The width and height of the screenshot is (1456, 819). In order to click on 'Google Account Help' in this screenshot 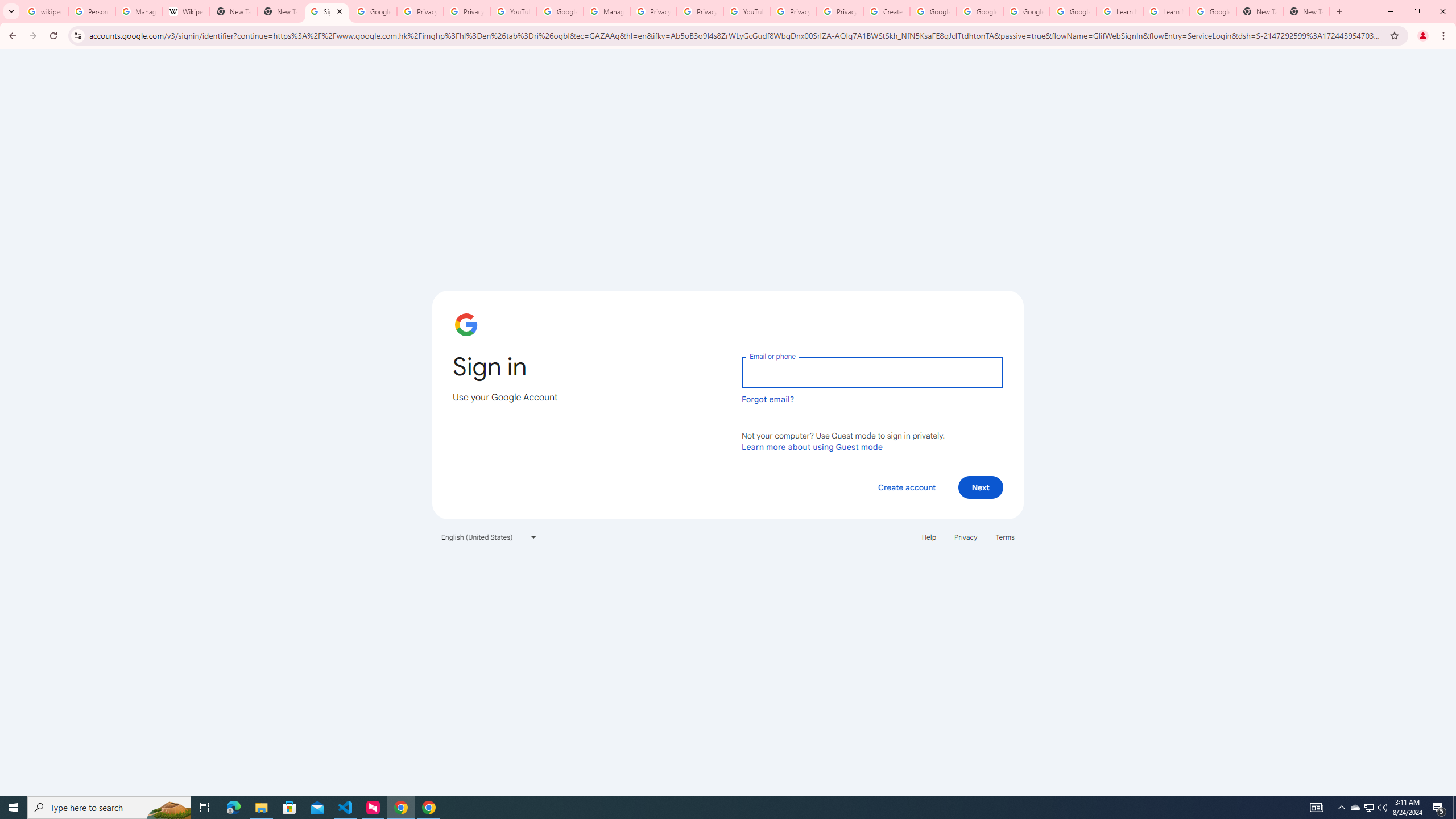, I will do `click(1027, 11)`.